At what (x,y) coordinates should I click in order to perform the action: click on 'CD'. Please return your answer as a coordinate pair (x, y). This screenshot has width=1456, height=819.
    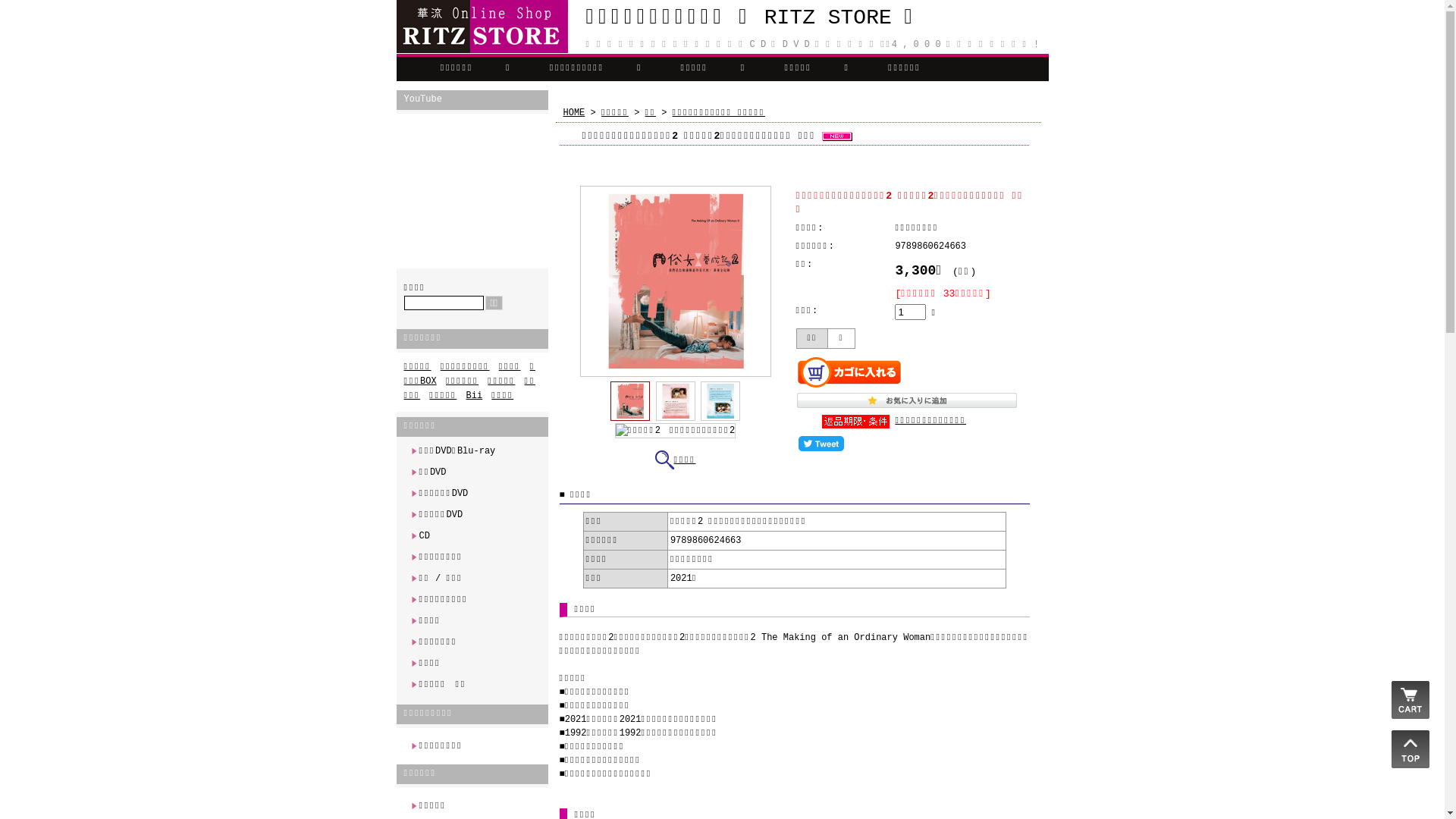
    Looking at the image, I should click on (471, 535).